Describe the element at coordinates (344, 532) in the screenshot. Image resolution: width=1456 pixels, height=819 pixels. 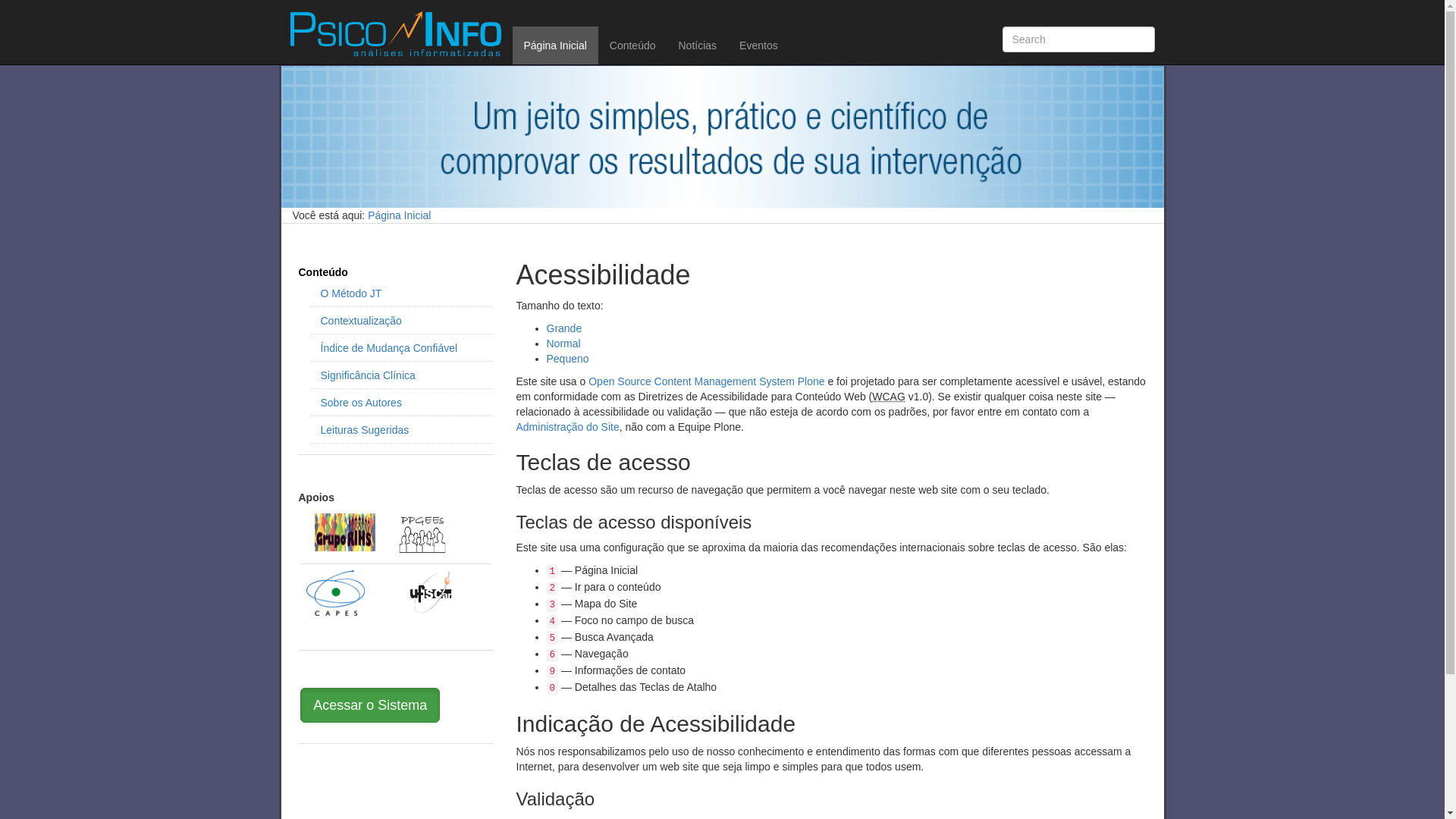
I see `'Logo_Rihs_Pequeno'` at that location.